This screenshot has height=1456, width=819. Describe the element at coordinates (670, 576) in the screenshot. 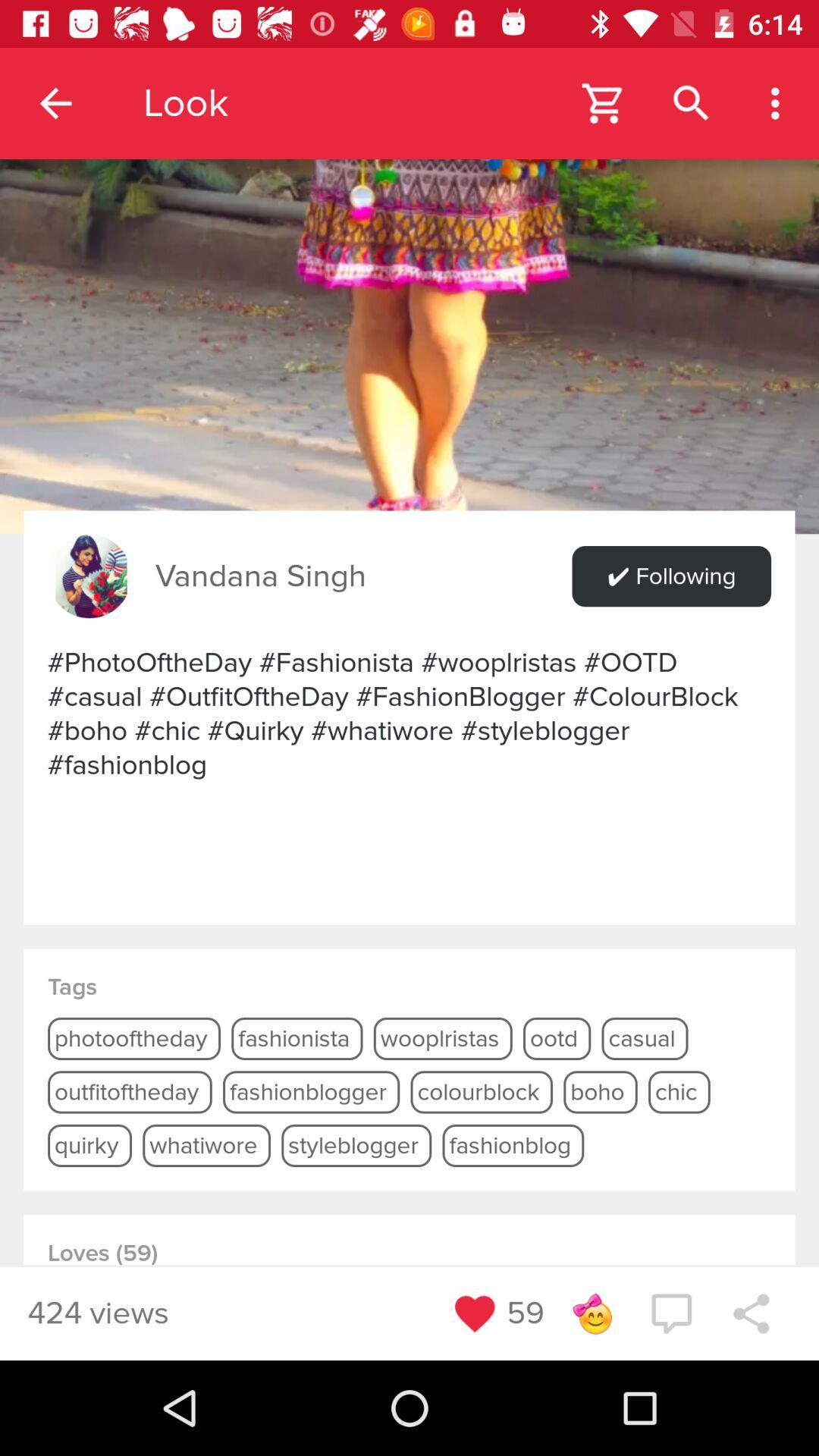

I see `icon to the right of the vandana singh icon` at that location.